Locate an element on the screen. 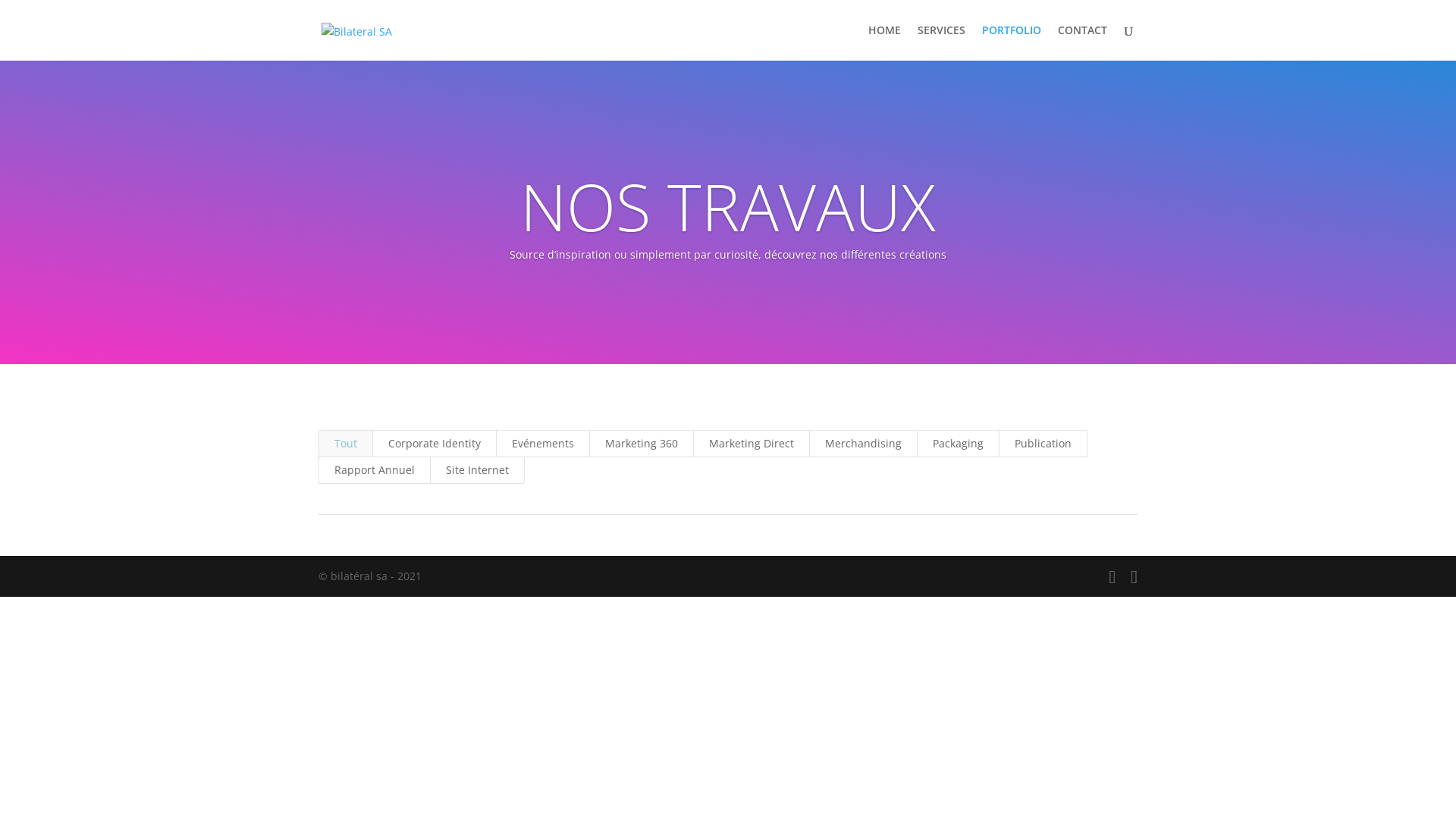 This screenshot has width=1456, height=819. 'Publication' is located at coordinates (1042, 444).